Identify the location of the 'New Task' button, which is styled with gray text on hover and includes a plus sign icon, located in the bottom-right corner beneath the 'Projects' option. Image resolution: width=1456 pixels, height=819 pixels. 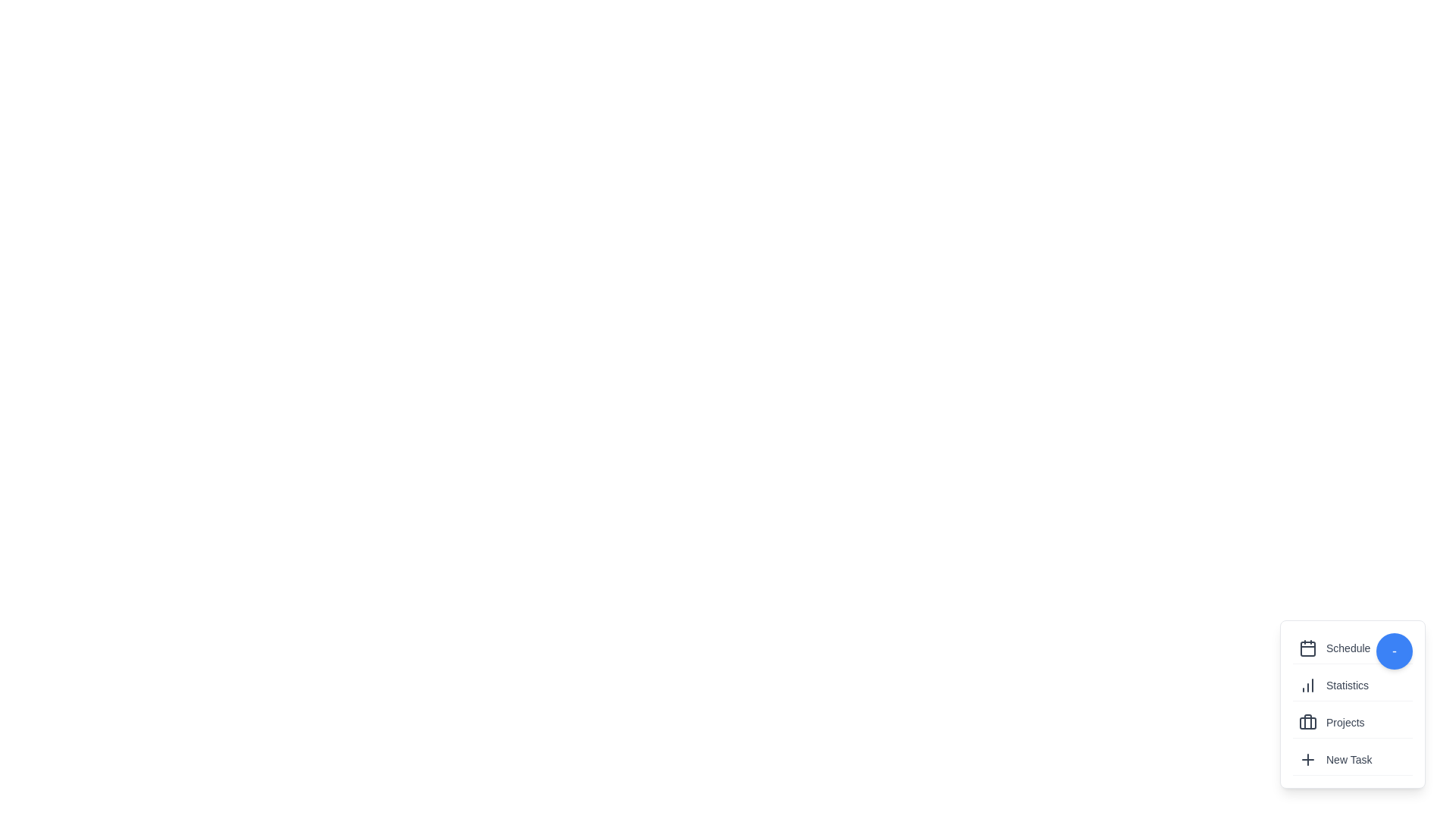
(1353, 760).